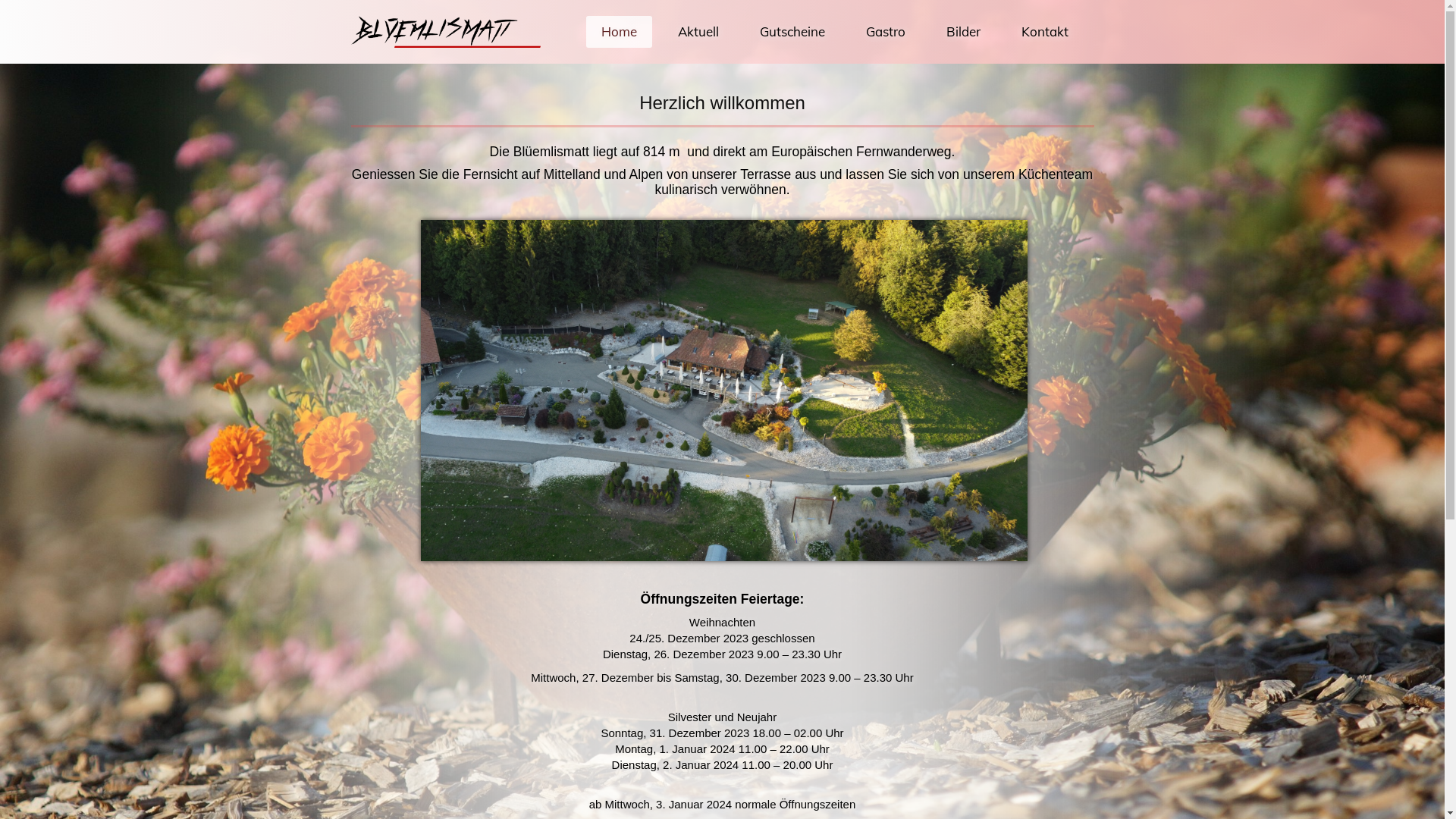  I want to click on 'Gastro', so click(885, 32).